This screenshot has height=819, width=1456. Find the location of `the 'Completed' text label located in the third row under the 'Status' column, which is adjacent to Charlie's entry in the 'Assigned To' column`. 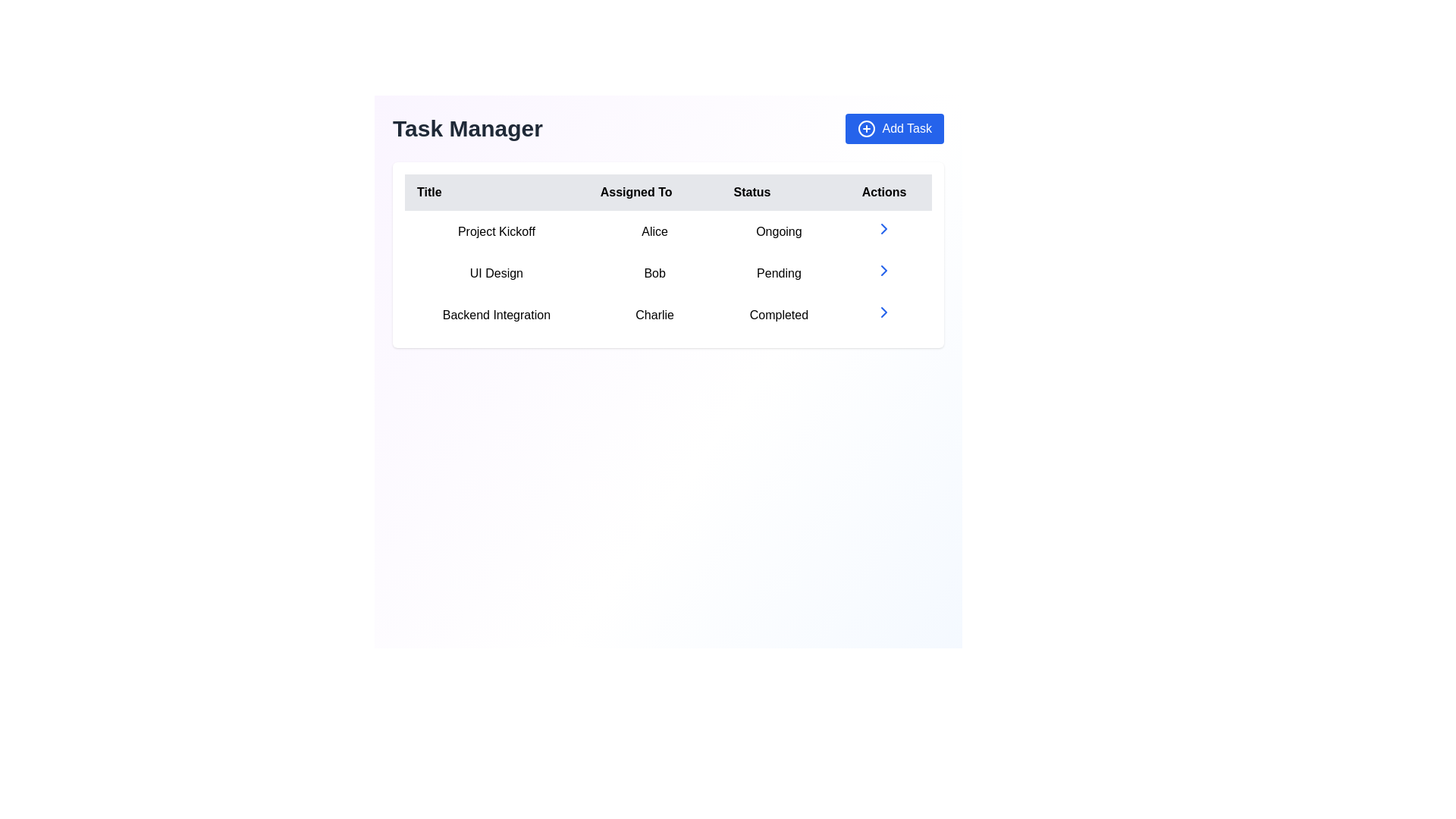

the 'Completed' text label located in the third row under the 'Status' column, which is adjacent to Charlie's entry in the 'Assigned To' column is located at coordinates (779, 314).